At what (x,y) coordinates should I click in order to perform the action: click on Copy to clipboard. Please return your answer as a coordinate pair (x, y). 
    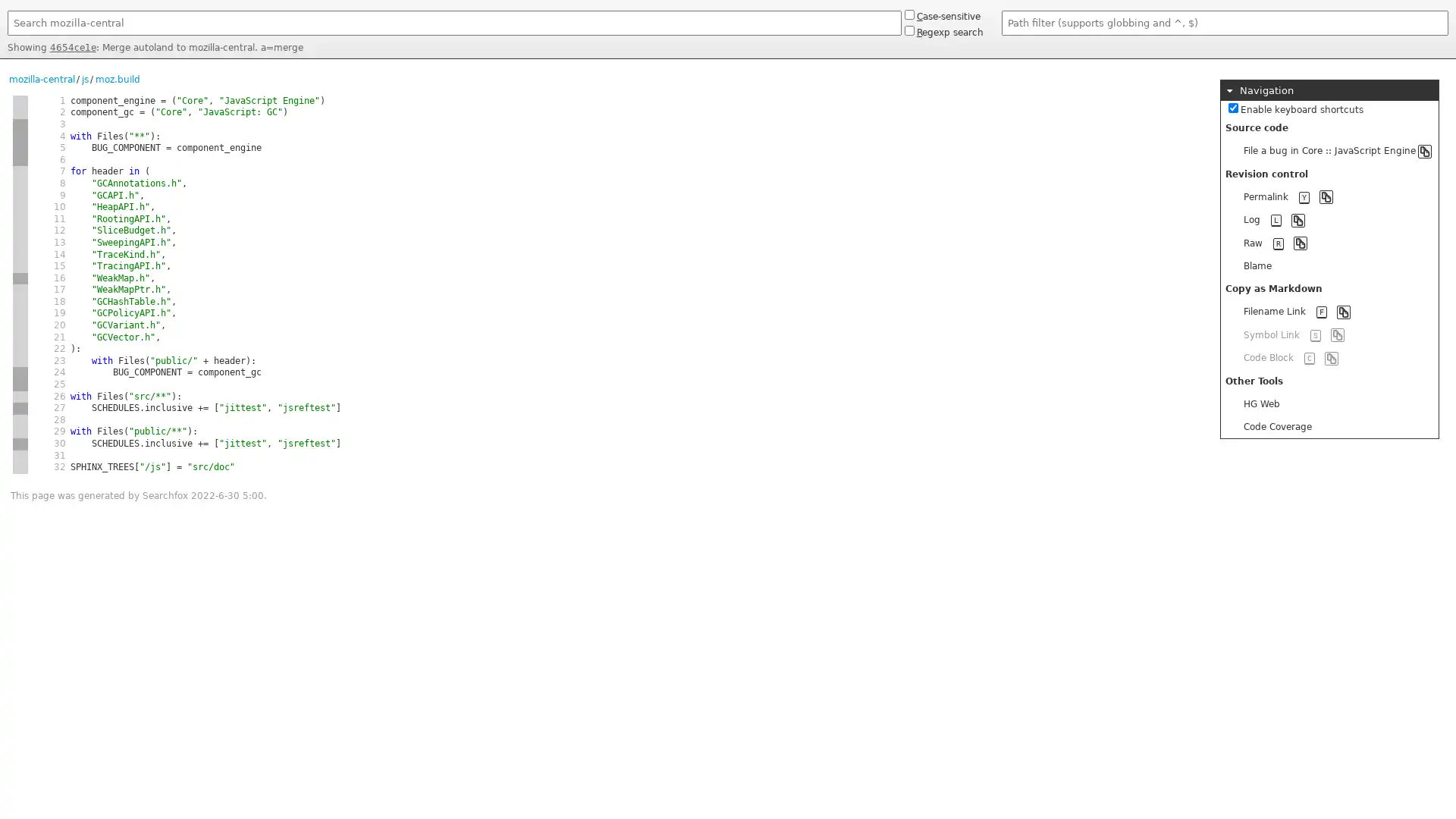
    Looking at the image, I should click on (1299, 242).